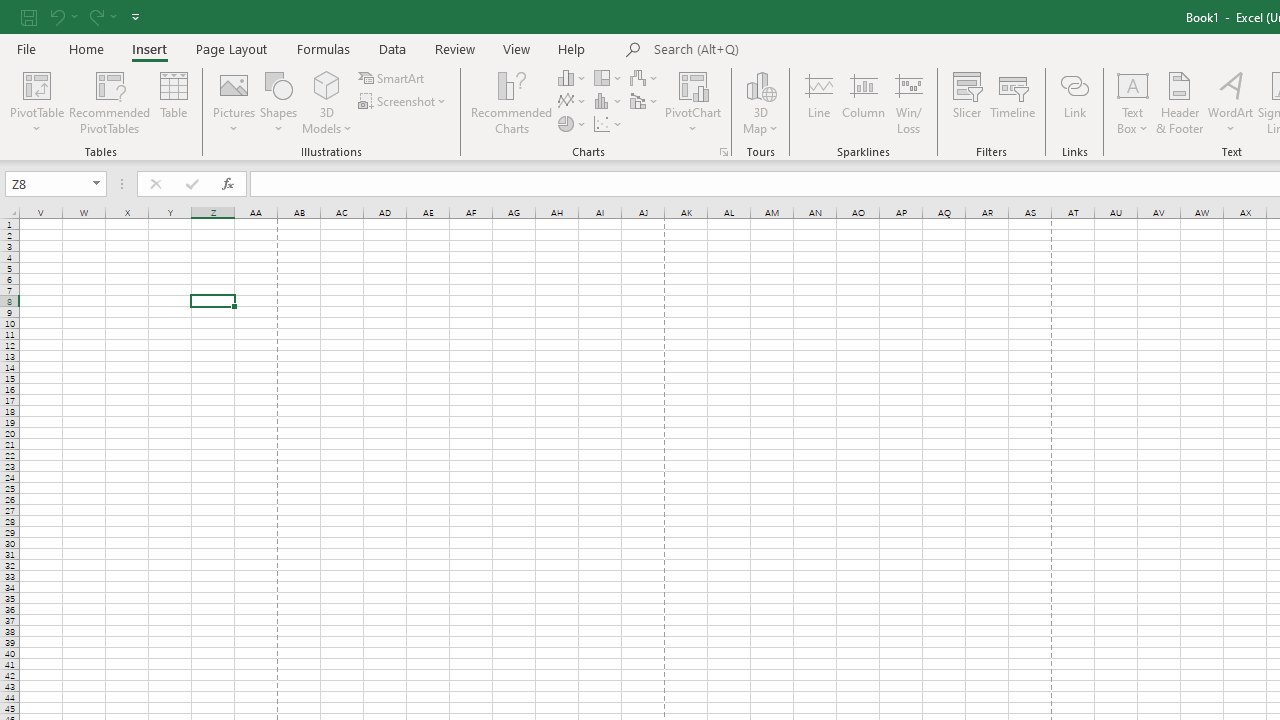  Describe the element at coordinates (693, 84) in the screenshot. I see `'PivotChart'` at that location.